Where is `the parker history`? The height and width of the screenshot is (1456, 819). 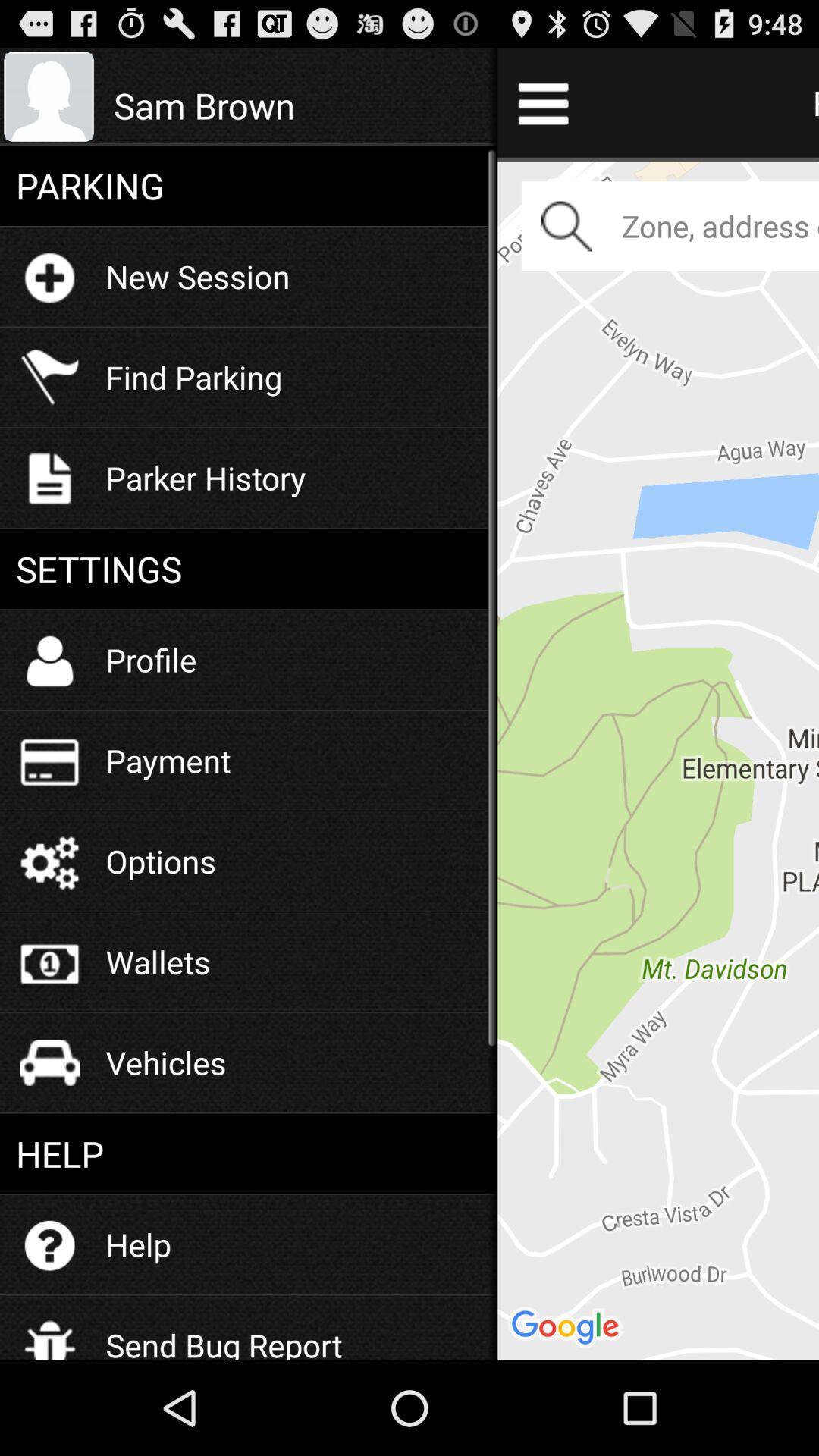 the parker history is located at coordinates (206, 476).